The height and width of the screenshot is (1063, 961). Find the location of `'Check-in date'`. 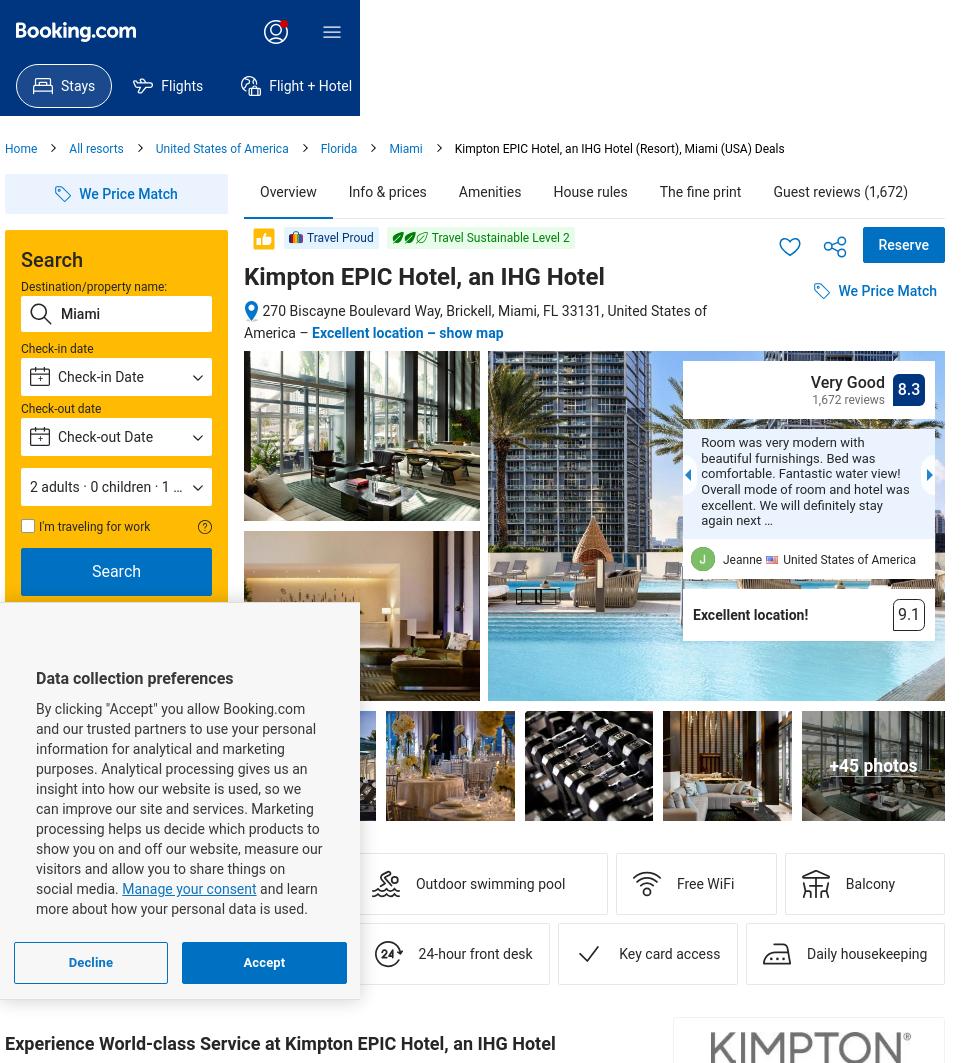

'Check-in date' is located at coordinates (56, 348).